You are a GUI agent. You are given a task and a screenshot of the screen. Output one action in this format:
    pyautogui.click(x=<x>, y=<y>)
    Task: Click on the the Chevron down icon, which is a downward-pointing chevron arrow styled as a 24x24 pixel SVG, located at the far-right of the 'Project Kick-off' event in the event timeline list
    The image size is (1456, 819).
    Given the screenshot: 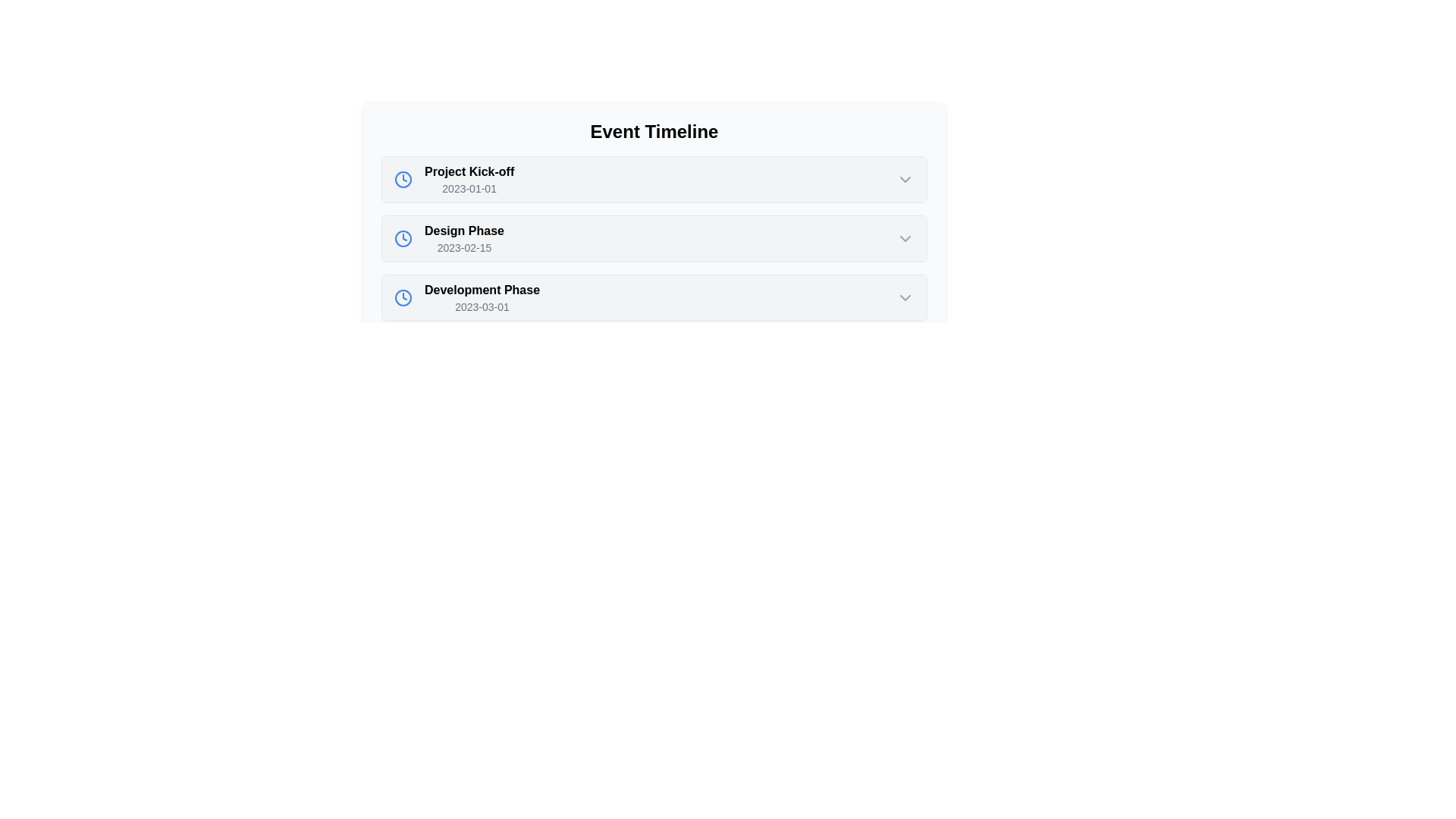 What is the action you would take?
    pyautogui.click(x=905, y=178)
    